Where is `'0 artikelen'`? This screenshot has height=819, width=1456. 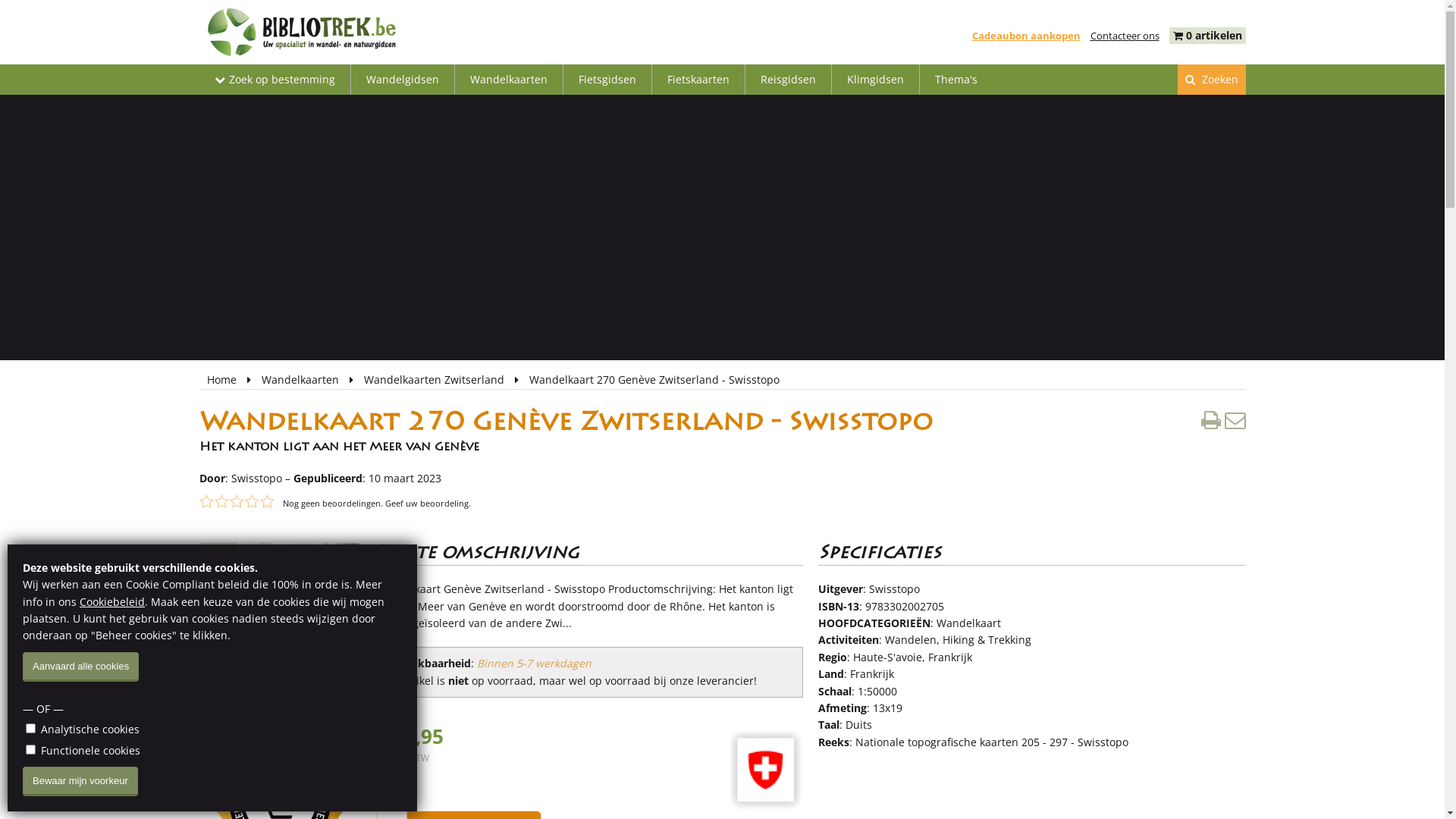 '0 artikelen' is located at coordinates (1214, 34).